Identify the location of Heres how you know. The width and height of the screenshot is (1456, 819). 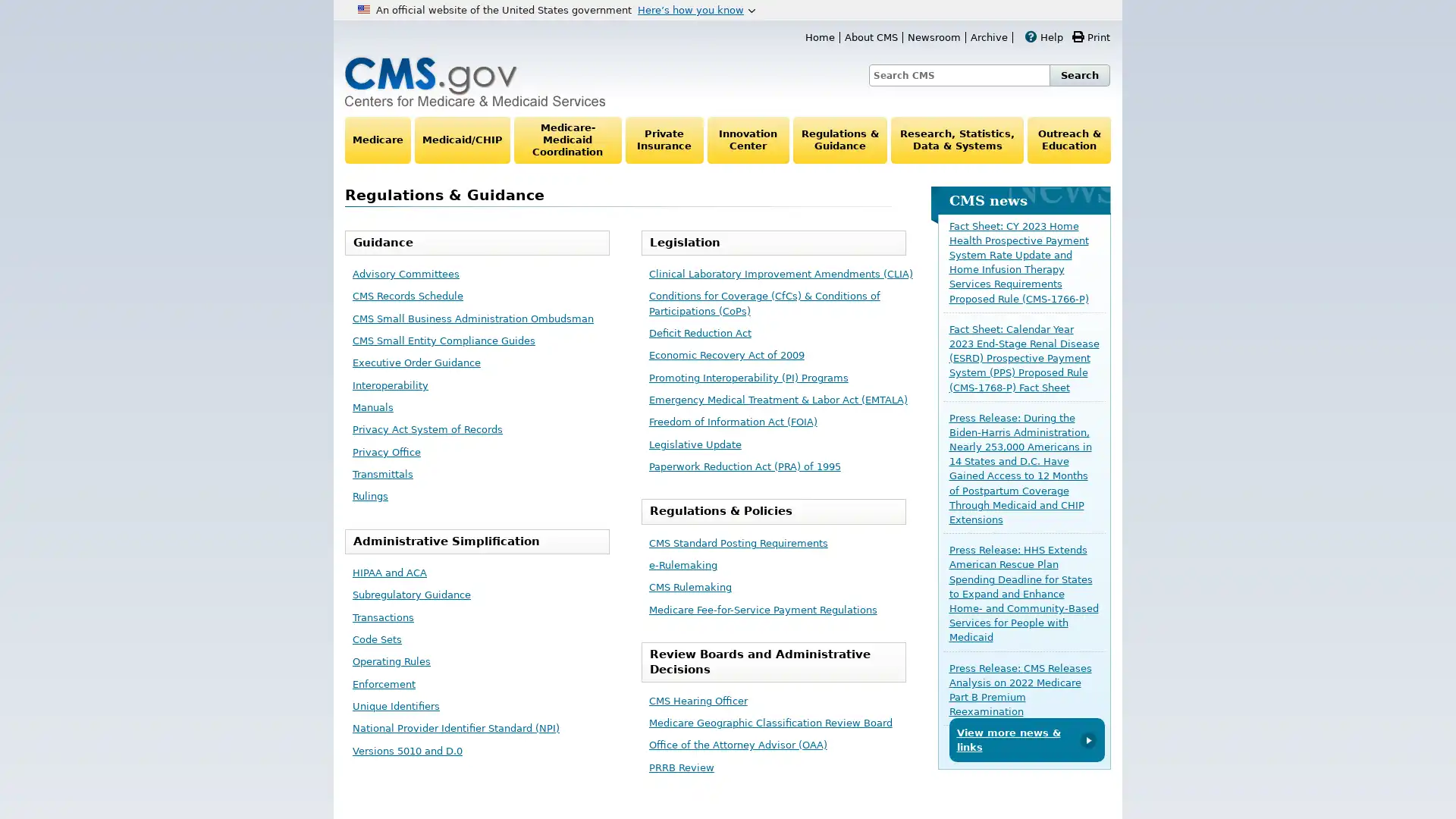
(695, 9).